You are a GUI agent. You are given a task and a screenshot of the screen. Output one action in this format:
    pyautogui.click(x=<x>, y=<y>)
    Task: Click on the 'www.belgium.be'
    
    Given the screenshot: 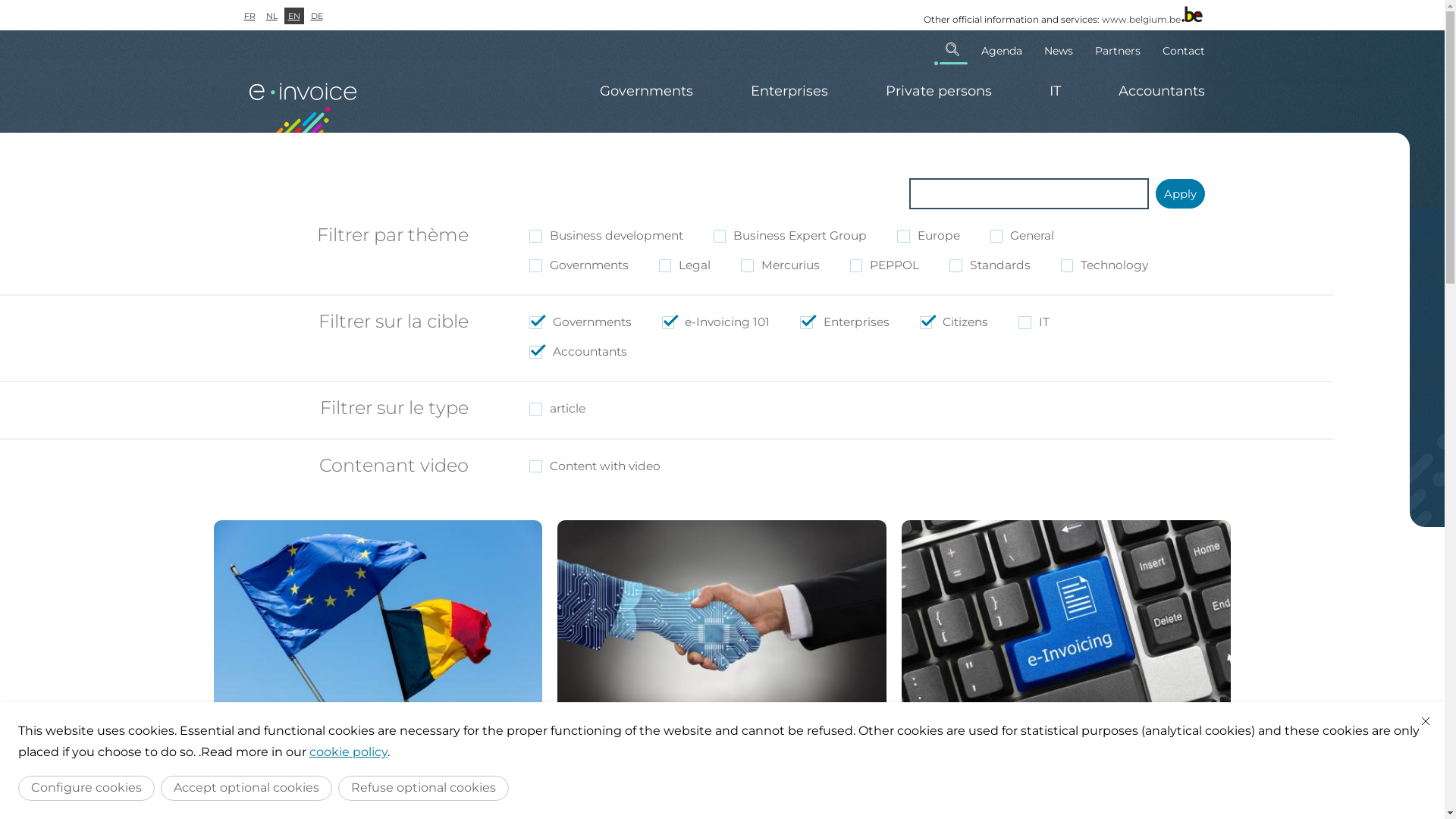 What is the action you would take?
    pyautogui.click(x=1140, y=19)
    